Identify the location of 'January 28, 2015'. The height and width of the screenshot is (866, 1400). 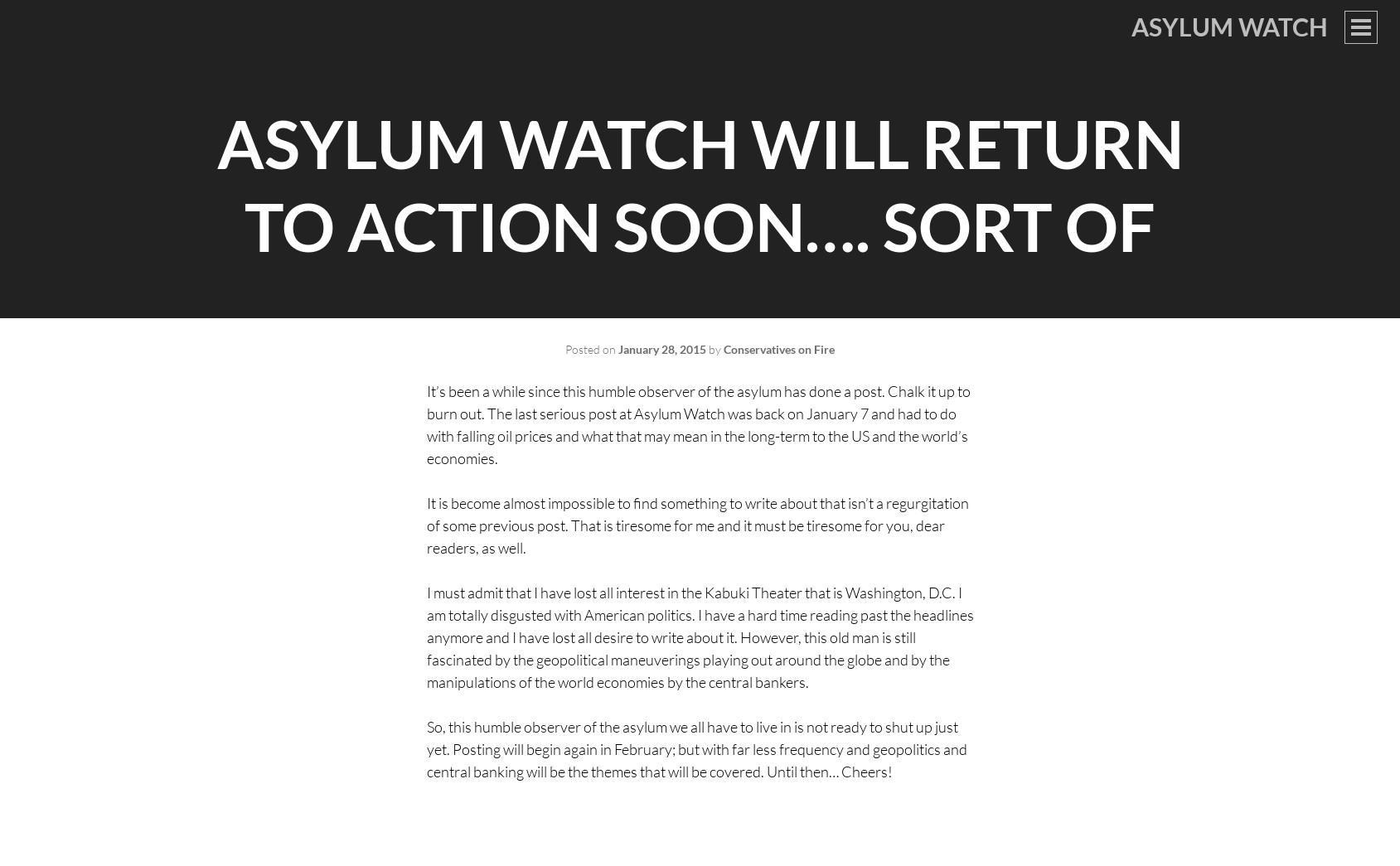
(661, 349).